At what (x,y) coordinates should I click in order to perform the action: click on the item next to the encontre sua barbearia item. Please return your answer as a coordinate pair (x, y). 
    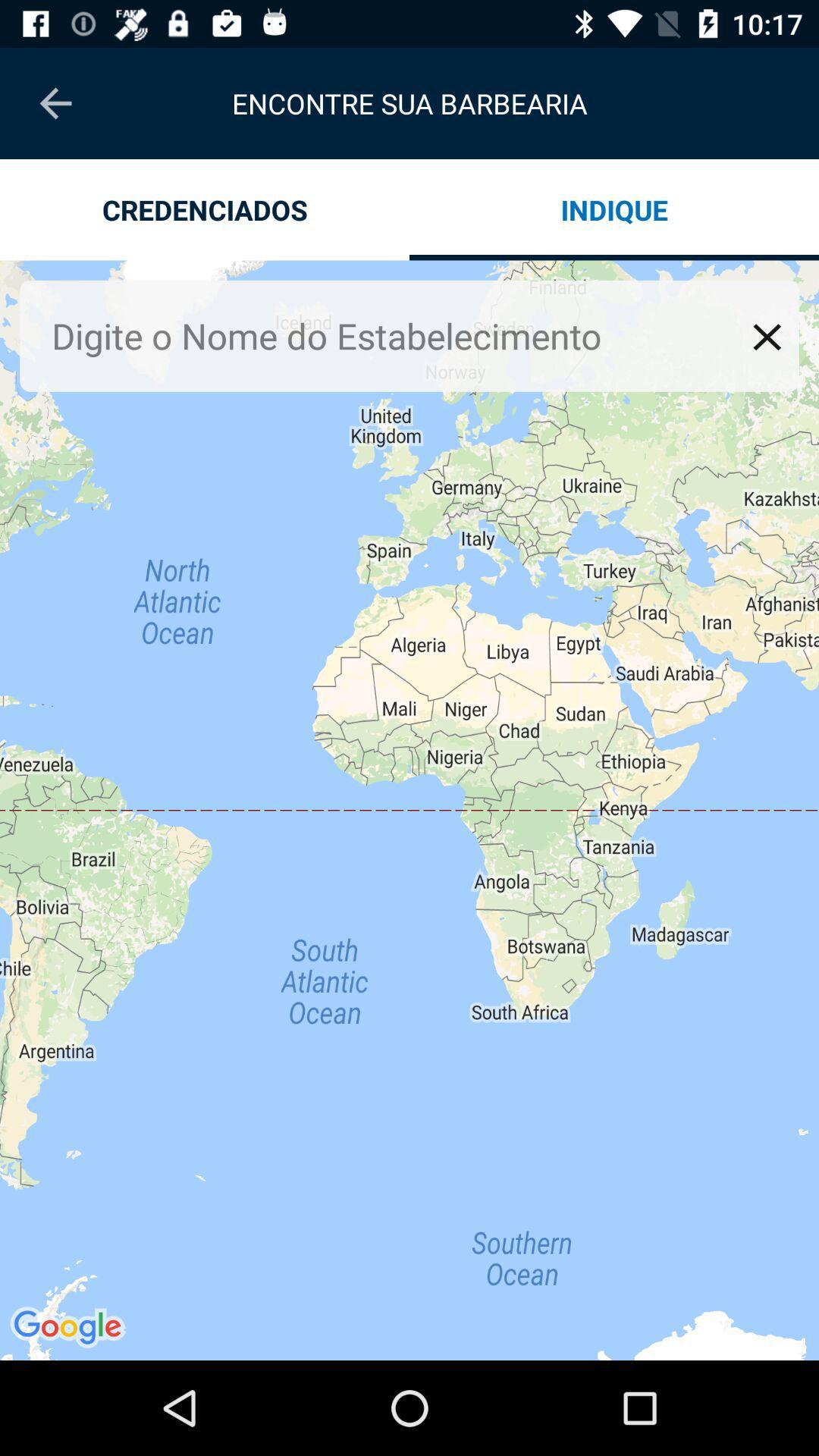
    Looking at the image, I should click on (55, 102).